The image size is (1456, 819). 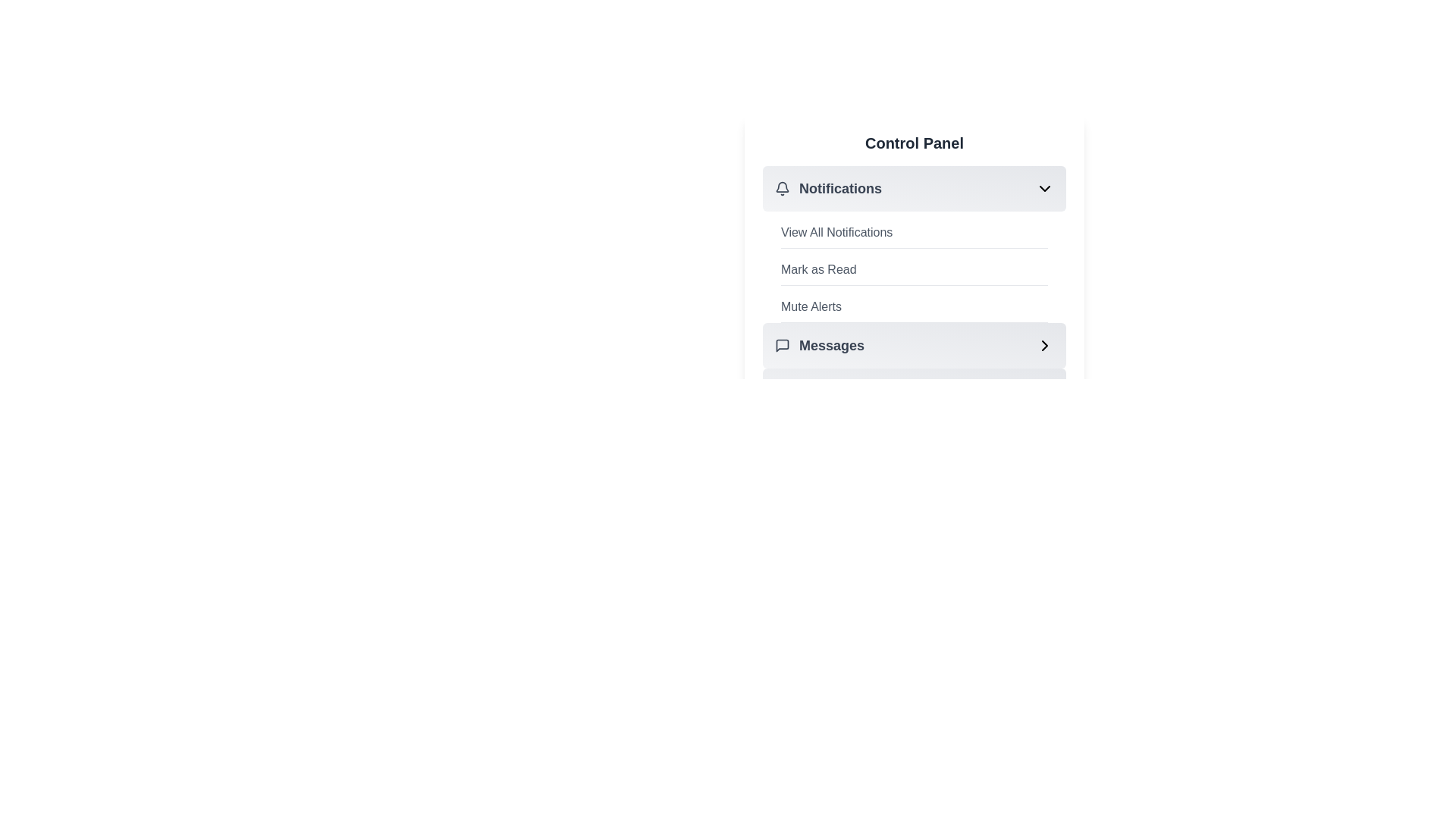 What do you see at coordinates (817, 268) in the screenshot?
I see `'Mark as Read' label located in the Notifications section, positioned between 'View All Notifications' and 'Mute Alerts'` at bounding box center [817, 268].